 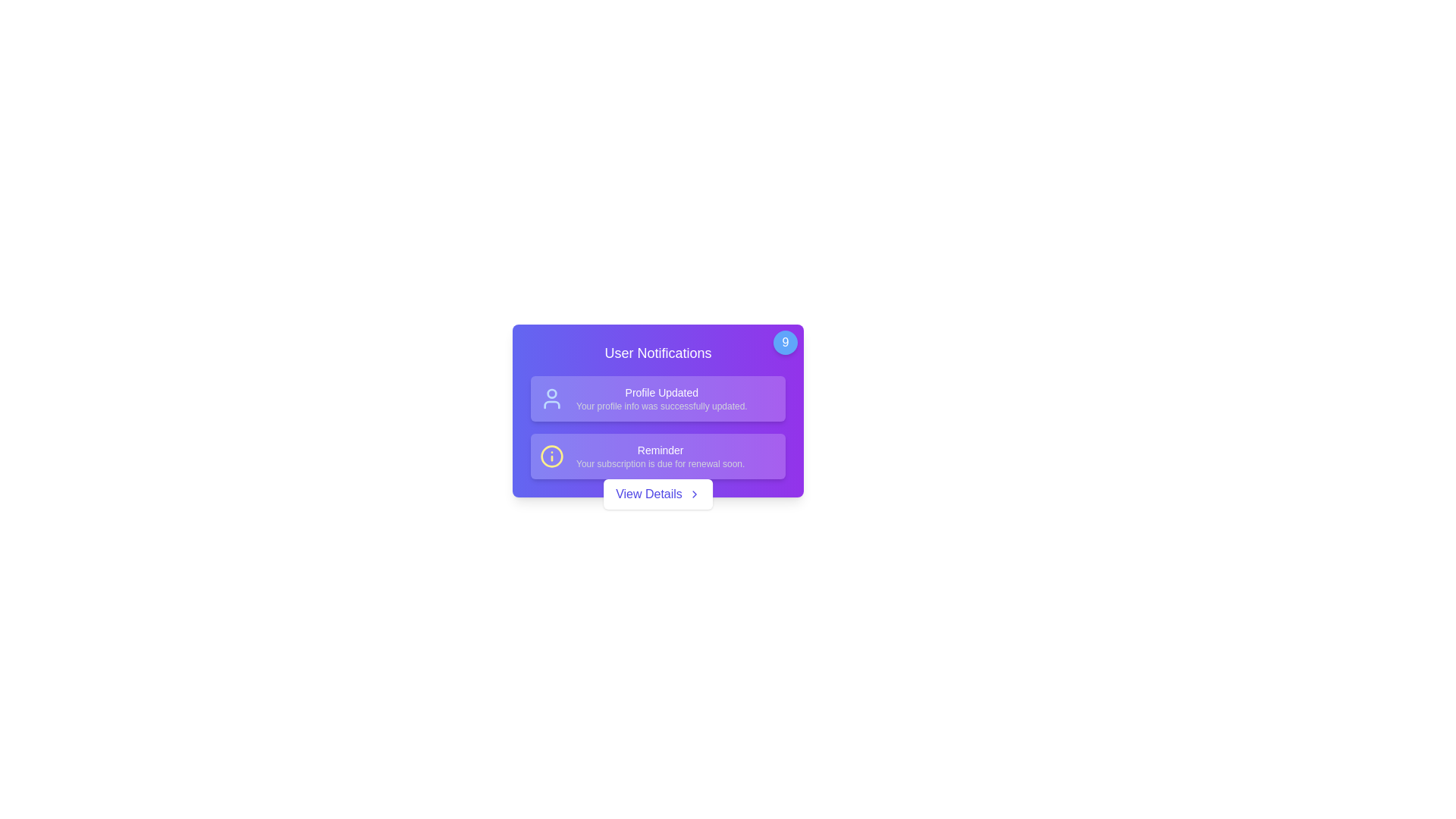 What do you see at coordinates (658, 494) in the screenshot?
I see `the 'View Details' button with a white background and indigo text located at the bottom center of the notification card` at bounding box center [658, 494].